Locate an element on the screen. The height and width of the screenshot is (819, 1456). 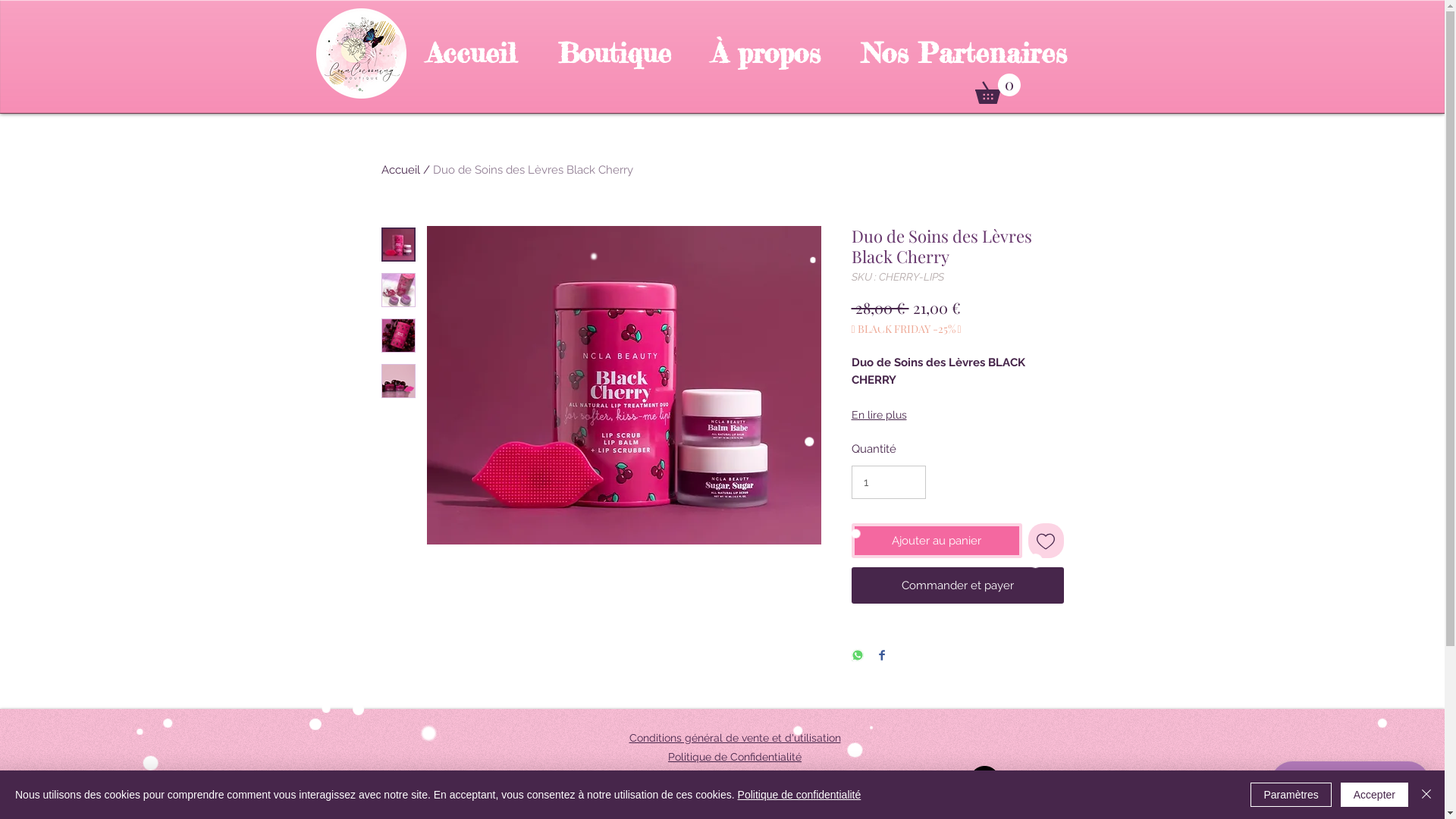
'0' is located at coordinates (997, 88).